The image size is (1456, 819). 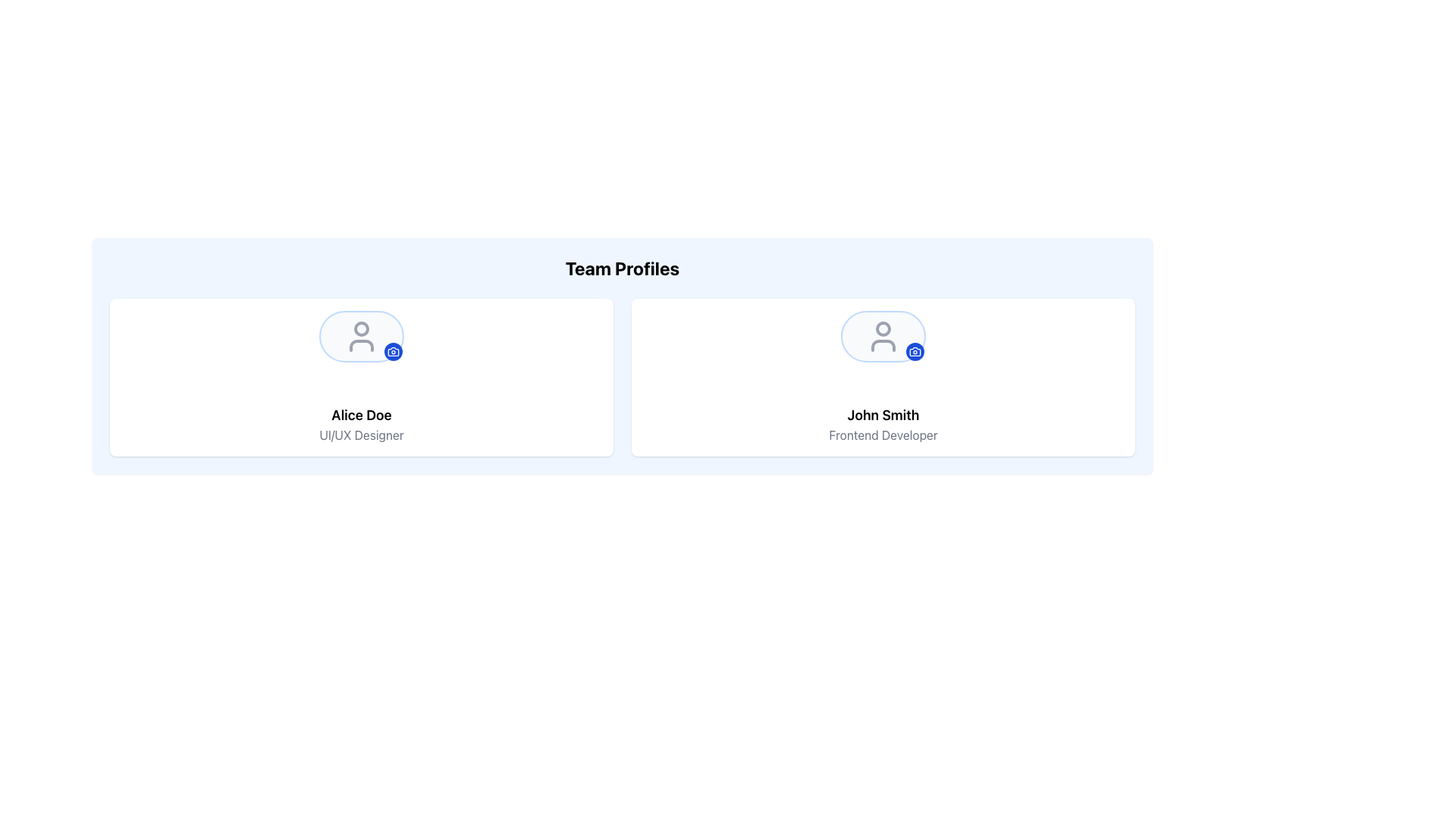 What do you see at coordinates (883, 335) in the screenshot?
I see `the user icon representing John Smith's profile in the 'Team Profiles' section, which is styled as a circular head with a neck outline and is located at the center of the second profile card` at bounding box center [883, 335].